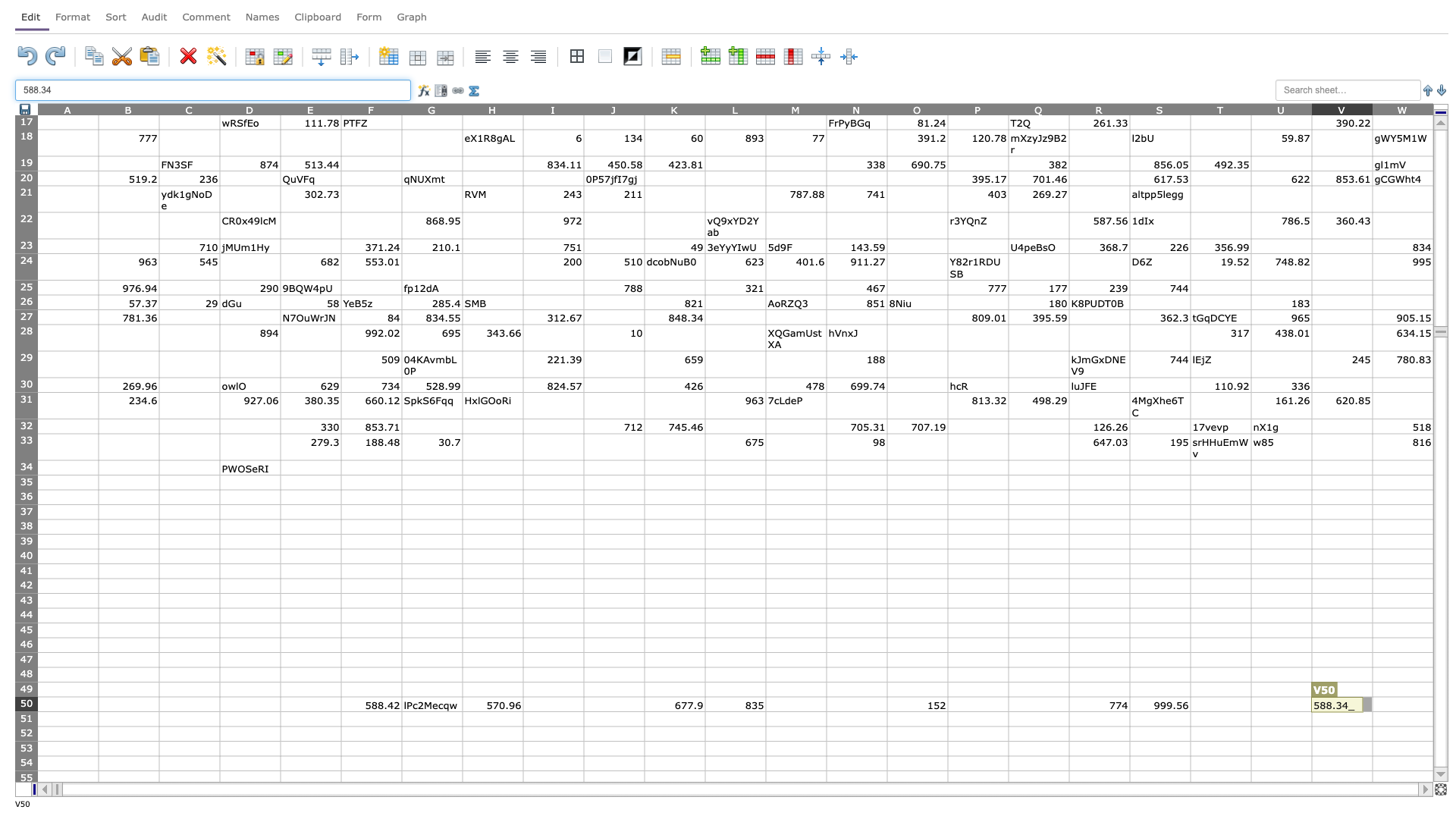  What do you see at coordinates (1372, 696) in the screenshot?
I see `top left at column W row 50` at bounding box center [1372, 696].